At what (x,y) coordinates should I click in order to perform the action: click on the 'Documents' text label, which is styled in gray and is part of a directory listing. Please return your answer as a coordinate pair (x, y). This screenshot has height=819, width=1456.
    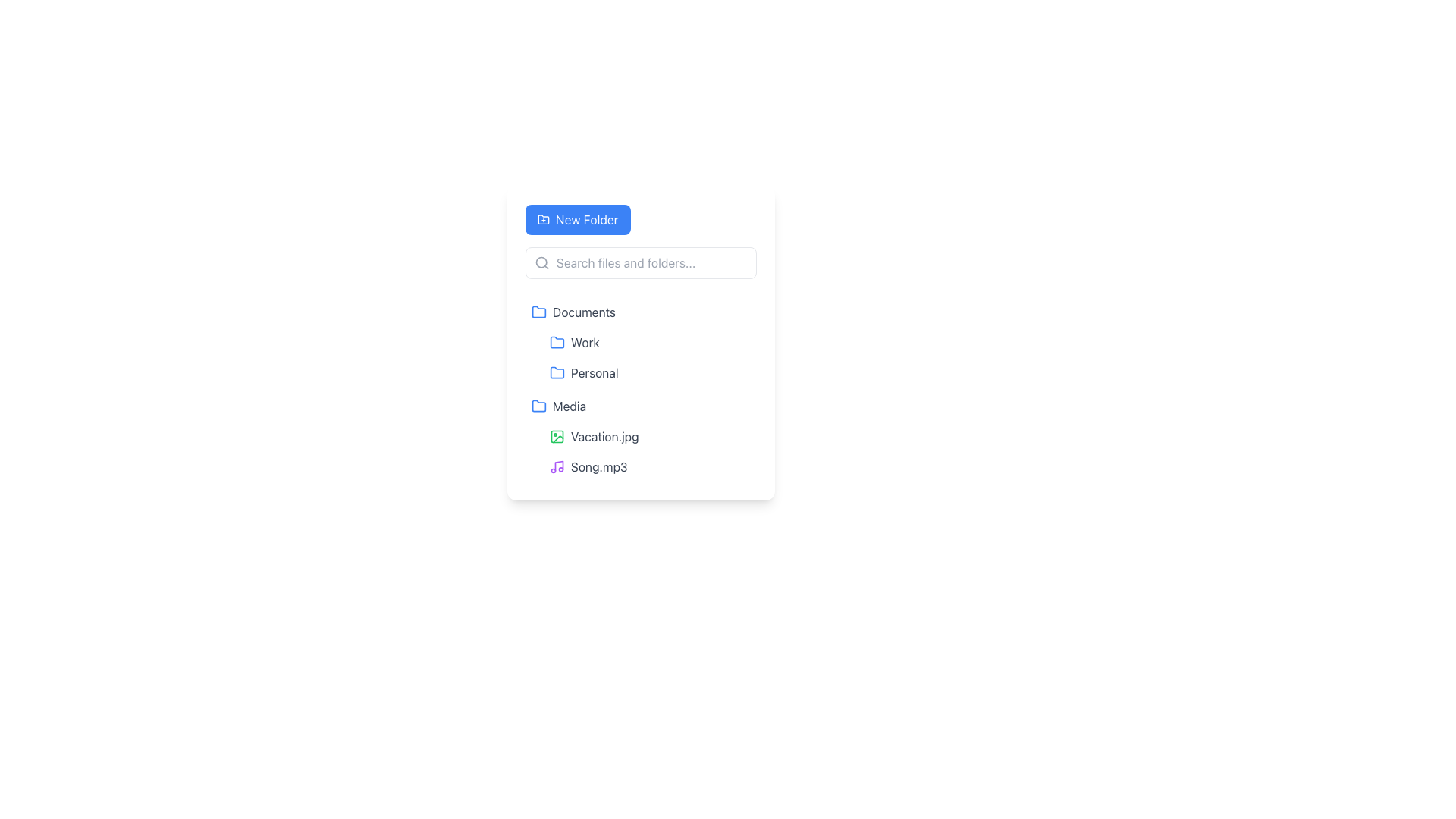
    Looking at the image, I should click on (583, 312).